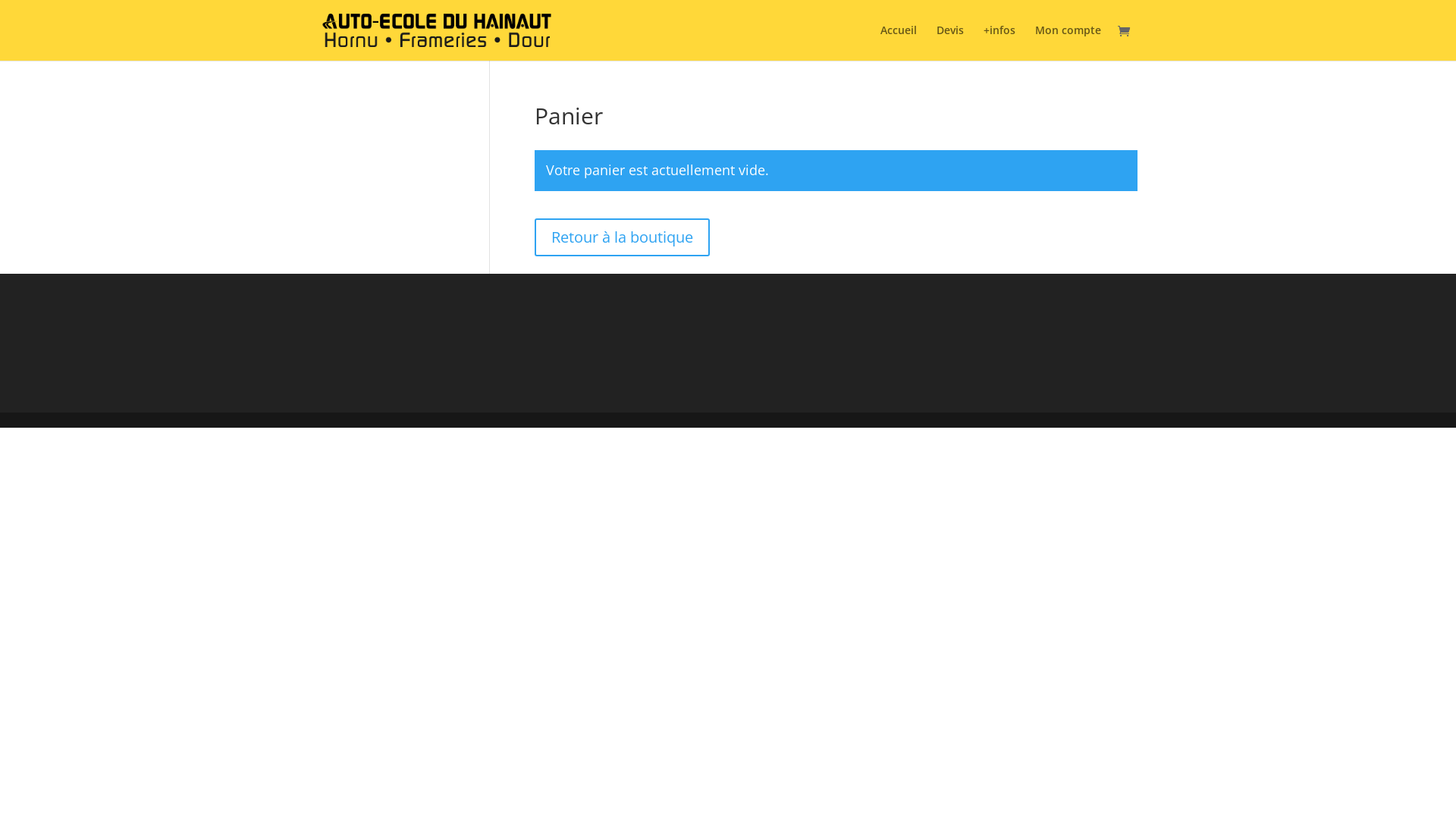 The image size is (1456, 819). Describe the element at coordinates (949, 42) in the screenshot. I see `'Devis'` at that location.